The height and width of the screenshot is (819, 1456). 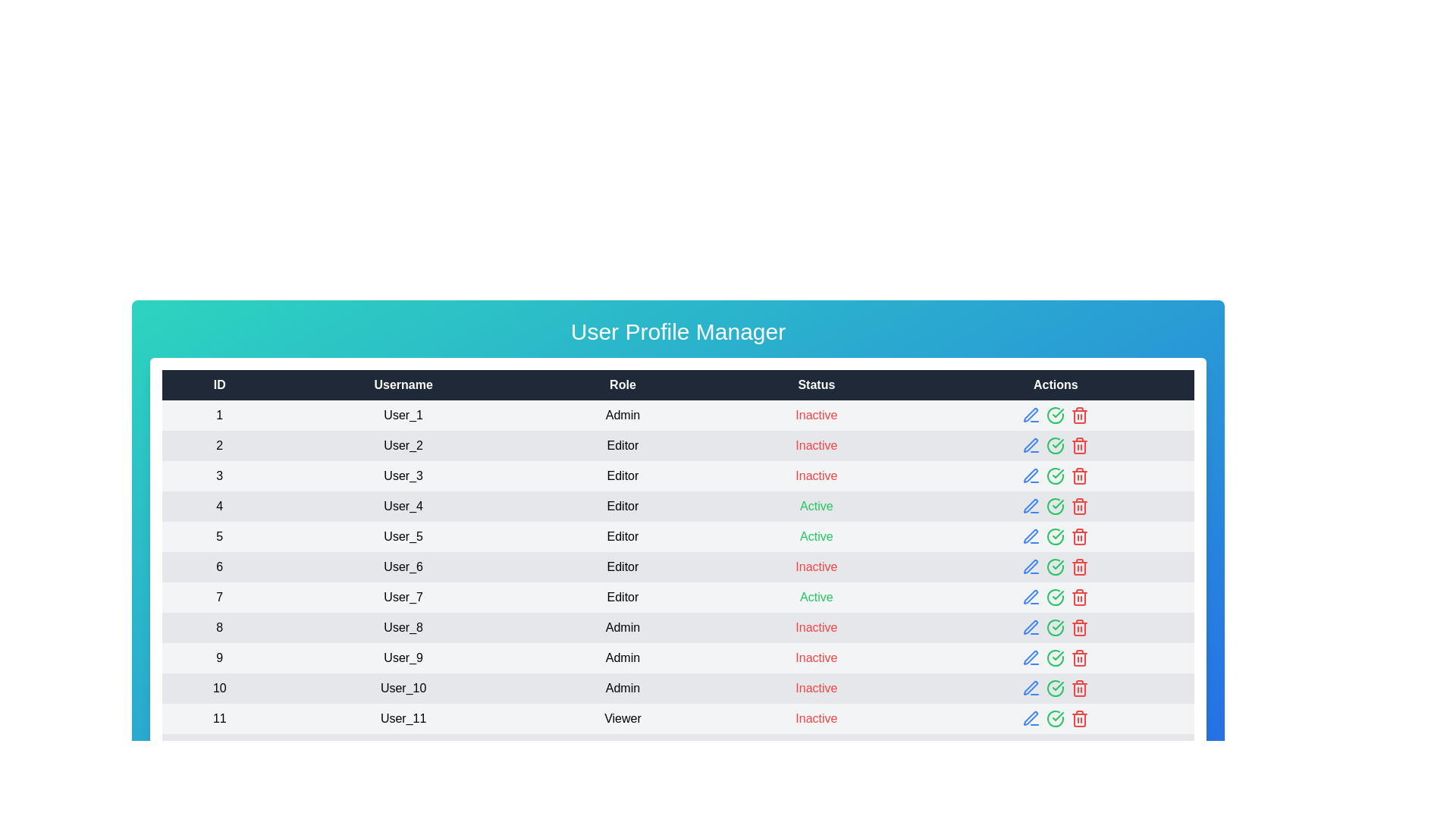 I want to click on the status icon to change the user's status to Active, so click(x=1055, y=415).